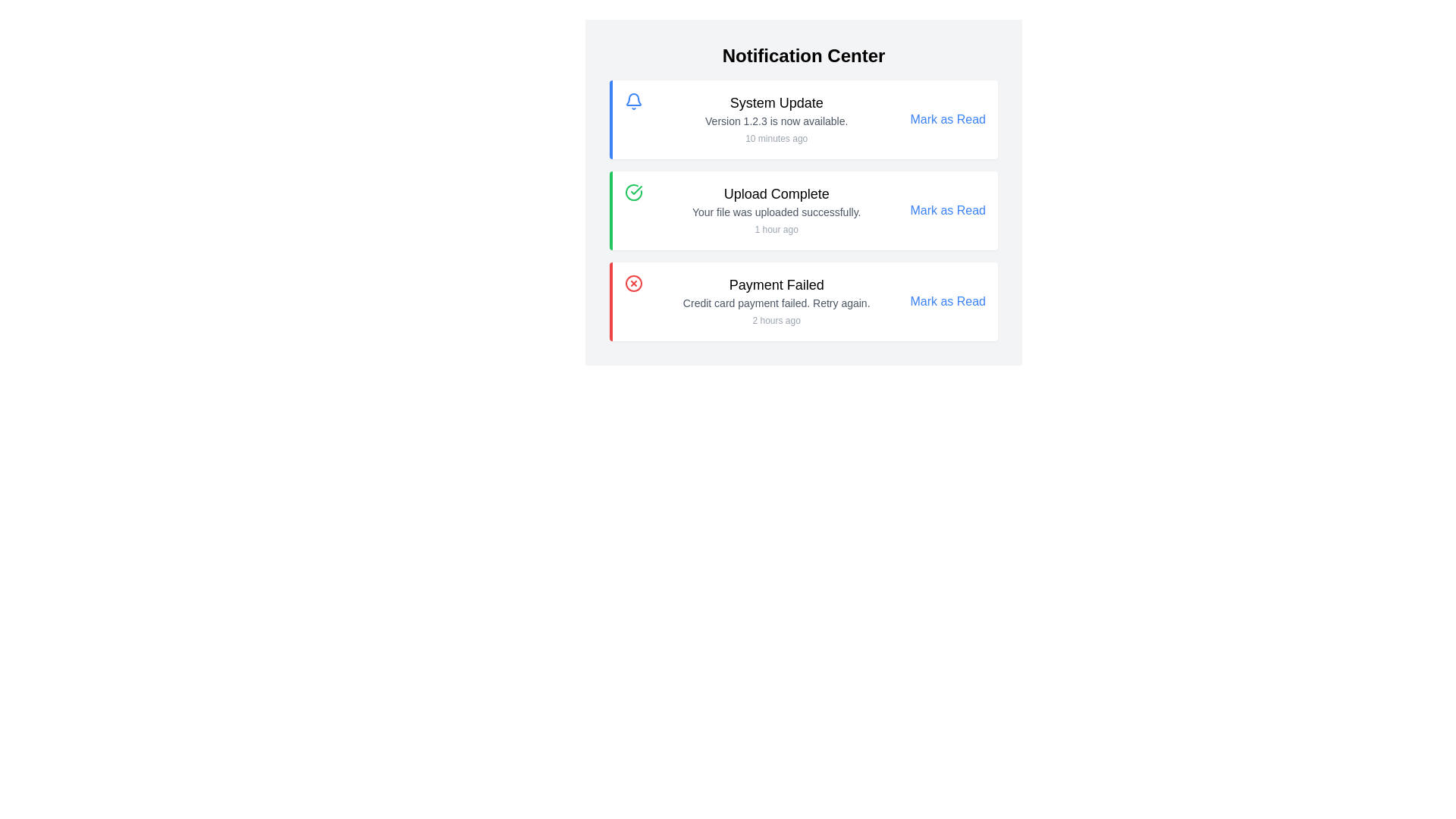 The width and height of the screenshot is (1456, 819). I want to click on the text label reading '10 minutes ago' which is styled in small gray font and positioned below the primary text 'Version 1.2.3 is now available' in the 'System Update' notification block, so click(777, 138).